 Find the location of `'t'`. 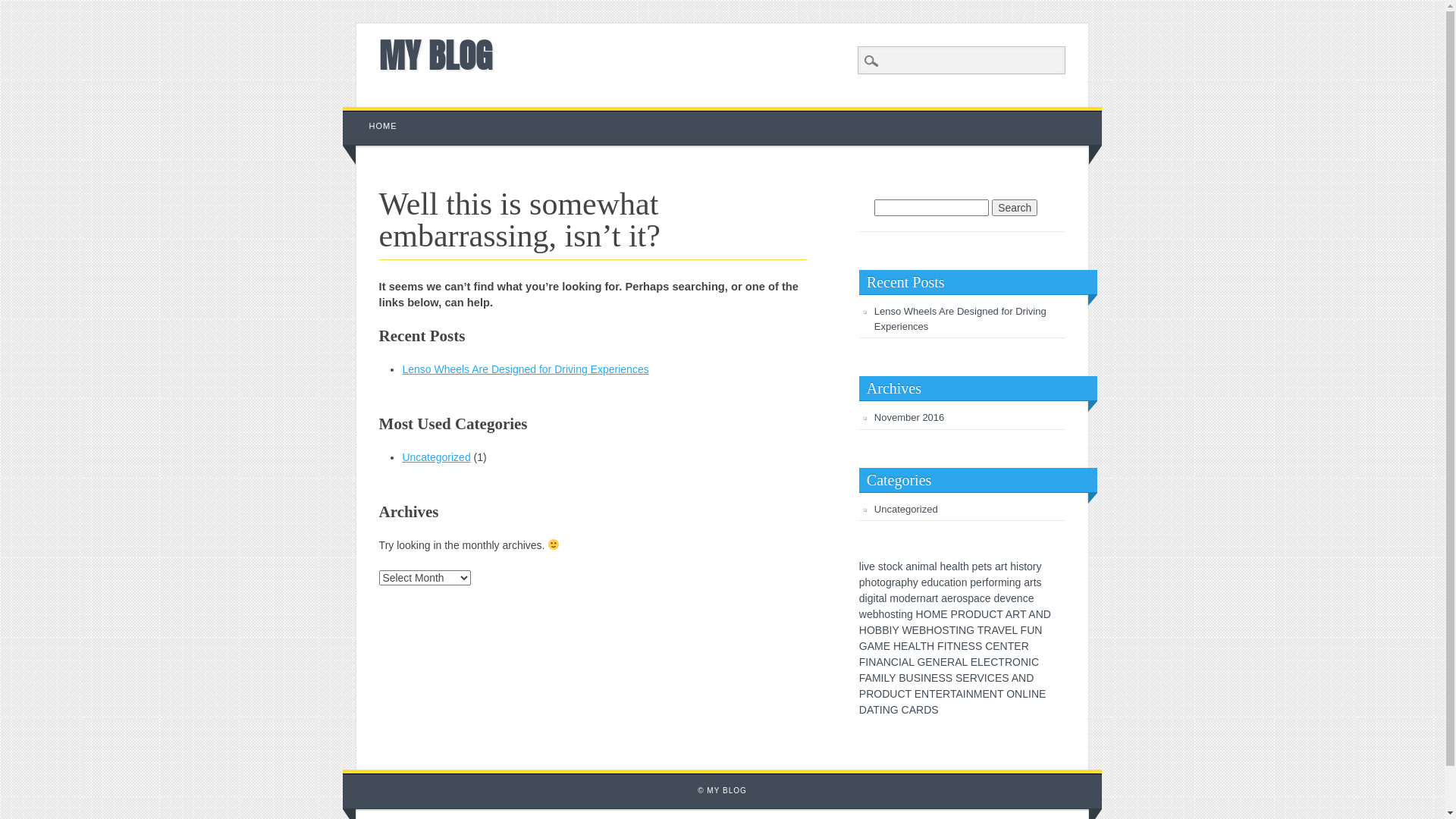

't' is located at coordinates (960, 566).